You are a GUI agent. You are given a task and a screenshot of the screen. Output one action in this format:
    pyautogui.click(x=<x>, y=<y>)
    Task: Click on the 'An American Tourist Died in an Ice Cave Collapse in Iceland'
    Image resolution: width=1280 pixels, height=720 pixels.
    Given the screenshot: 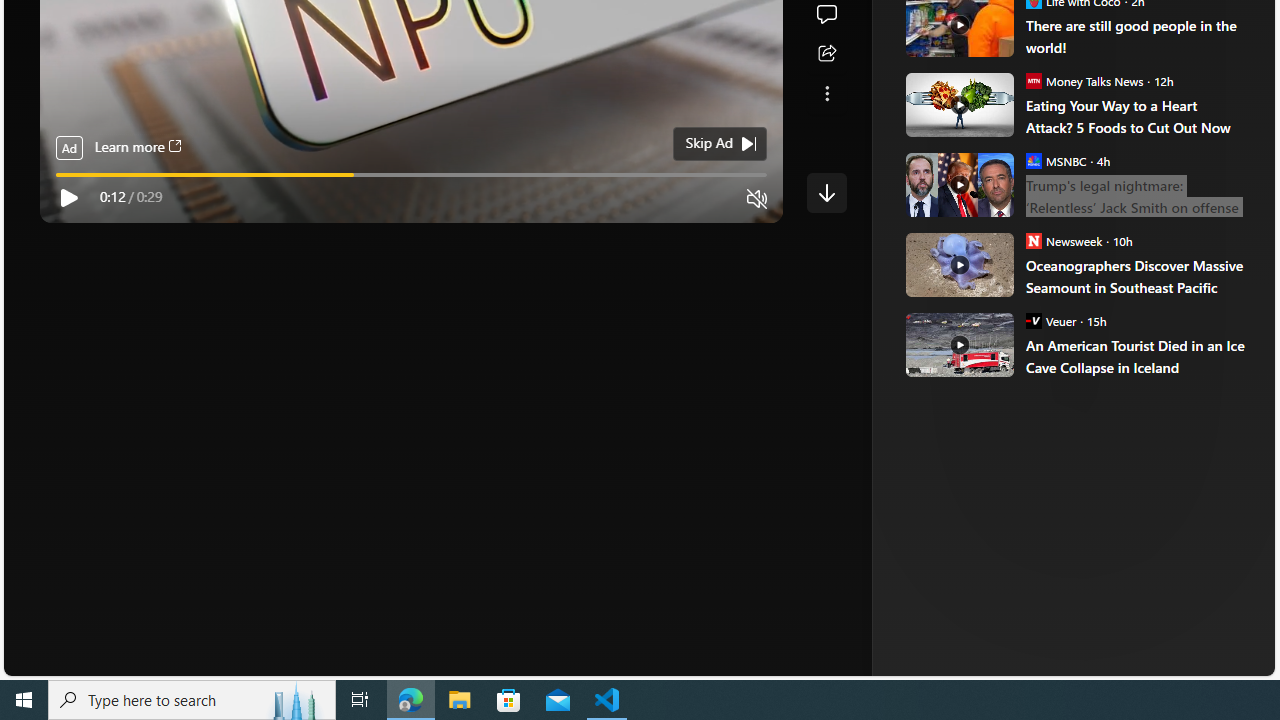 What is the action you would take?
    pyautogui.click(x=1136, y=355)
    